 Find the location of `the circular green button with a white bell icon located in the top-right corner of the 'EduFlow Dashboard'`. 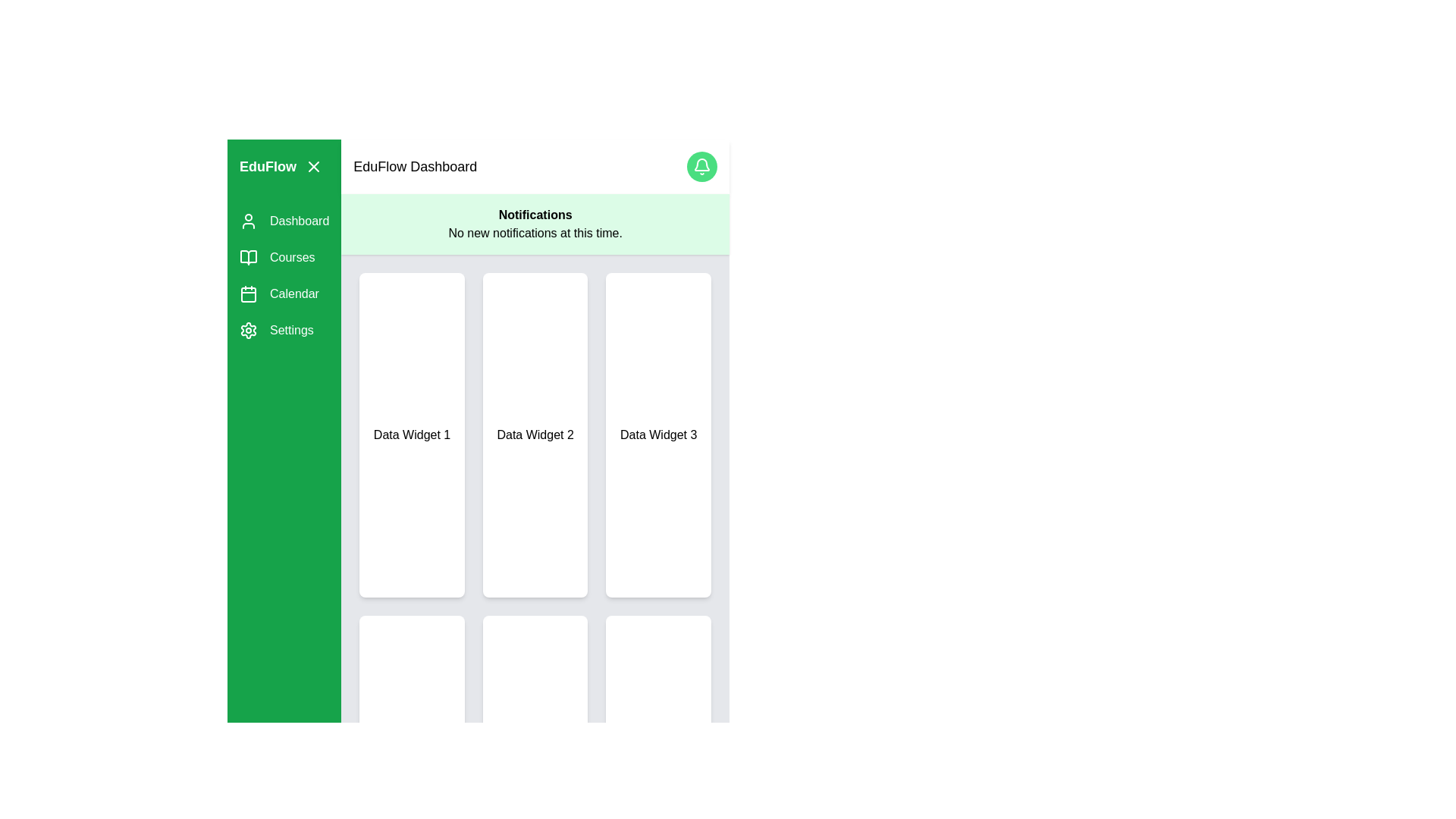

the circular green button with a white bell icon located in the top-right corner of the 'EduFlow Dashboard' is located at coordinates (701, 166).